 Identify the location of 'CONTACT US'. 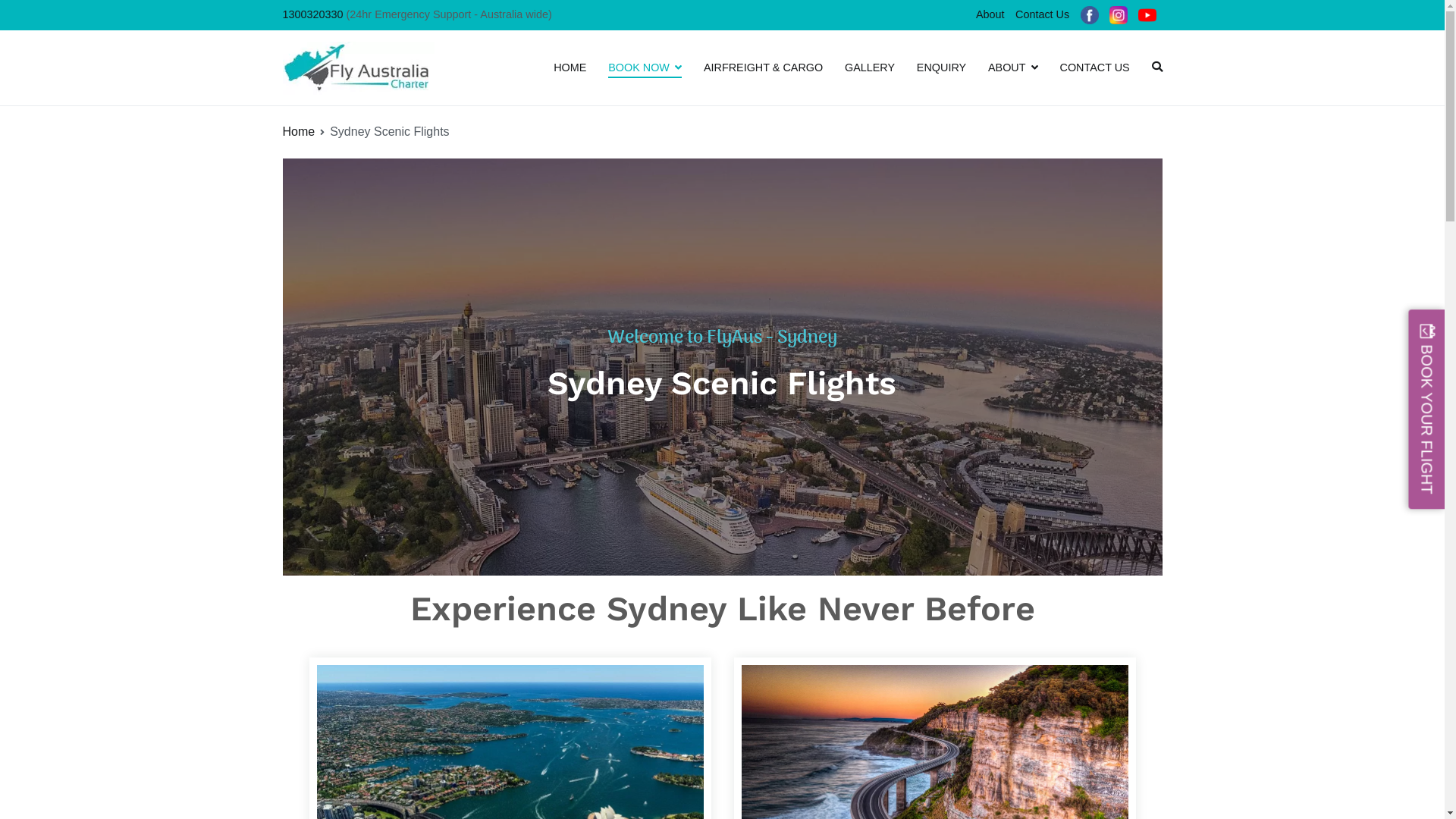
(1095, 67).